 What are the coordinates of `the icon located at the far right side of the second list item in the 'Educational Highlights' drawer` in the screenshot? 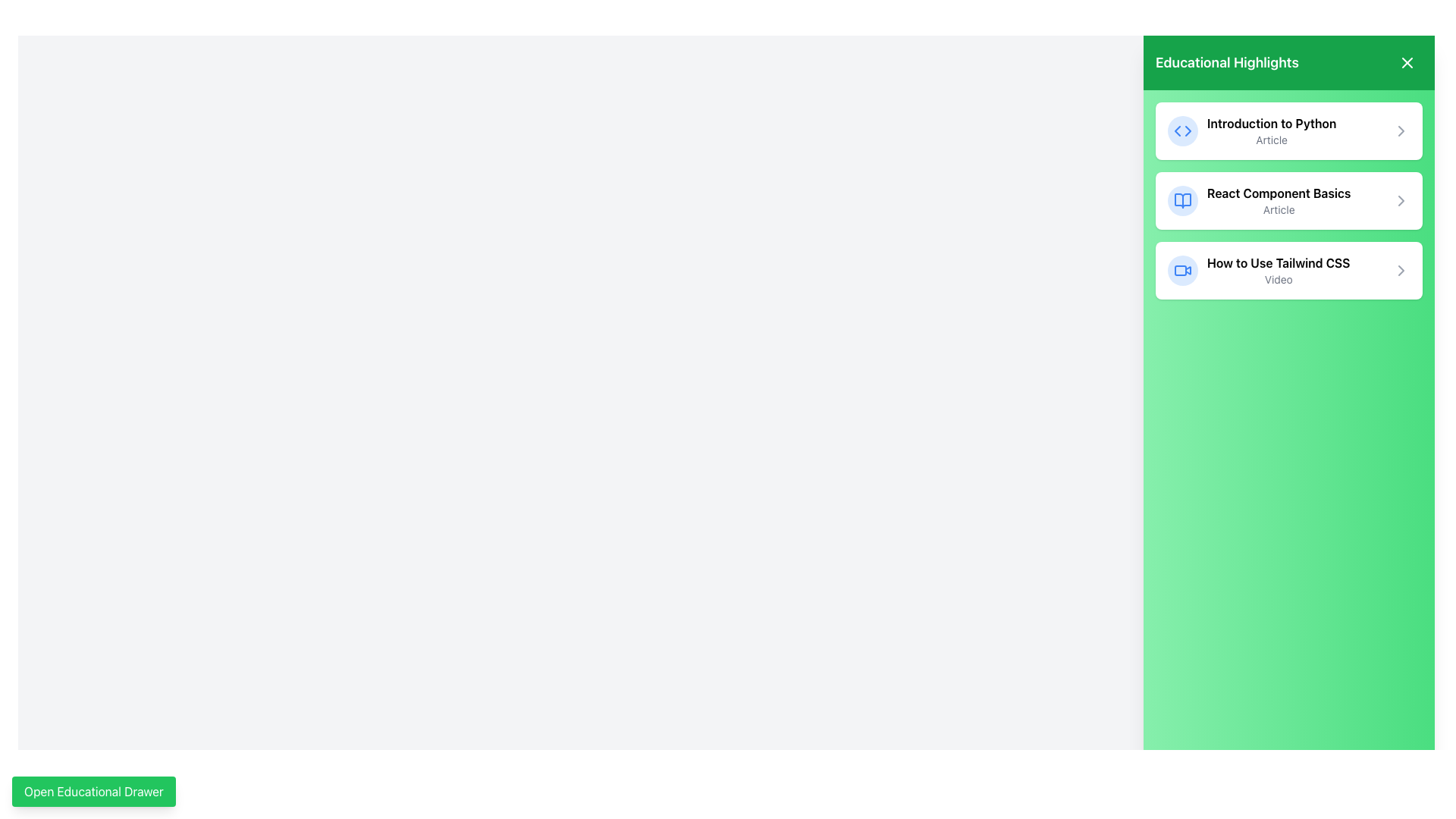 It's located at (1401, 200).